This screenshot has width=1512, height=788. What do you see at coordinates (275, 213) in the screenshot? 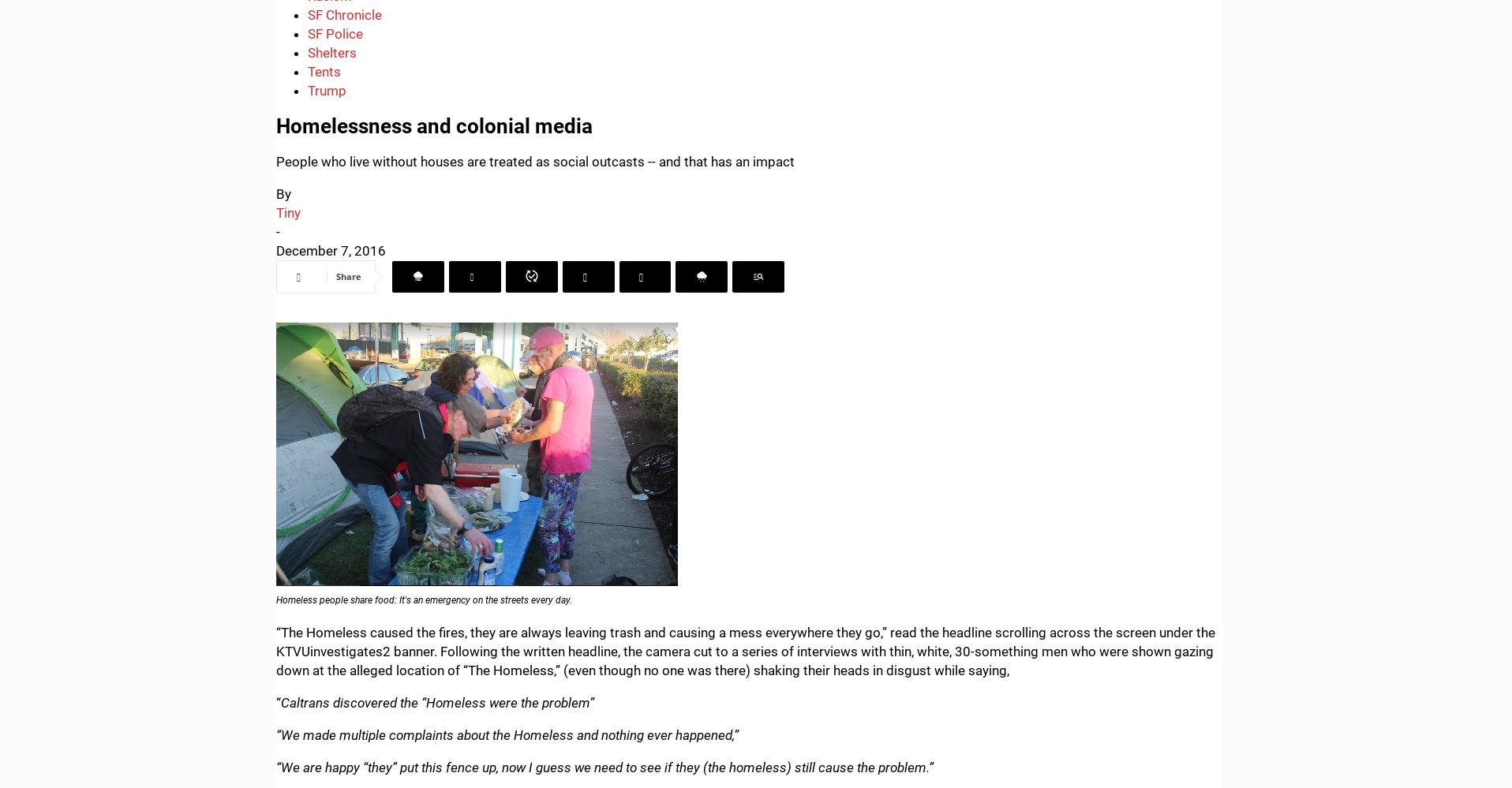
I see `'Tiny'` at bounding box center [275, 213].